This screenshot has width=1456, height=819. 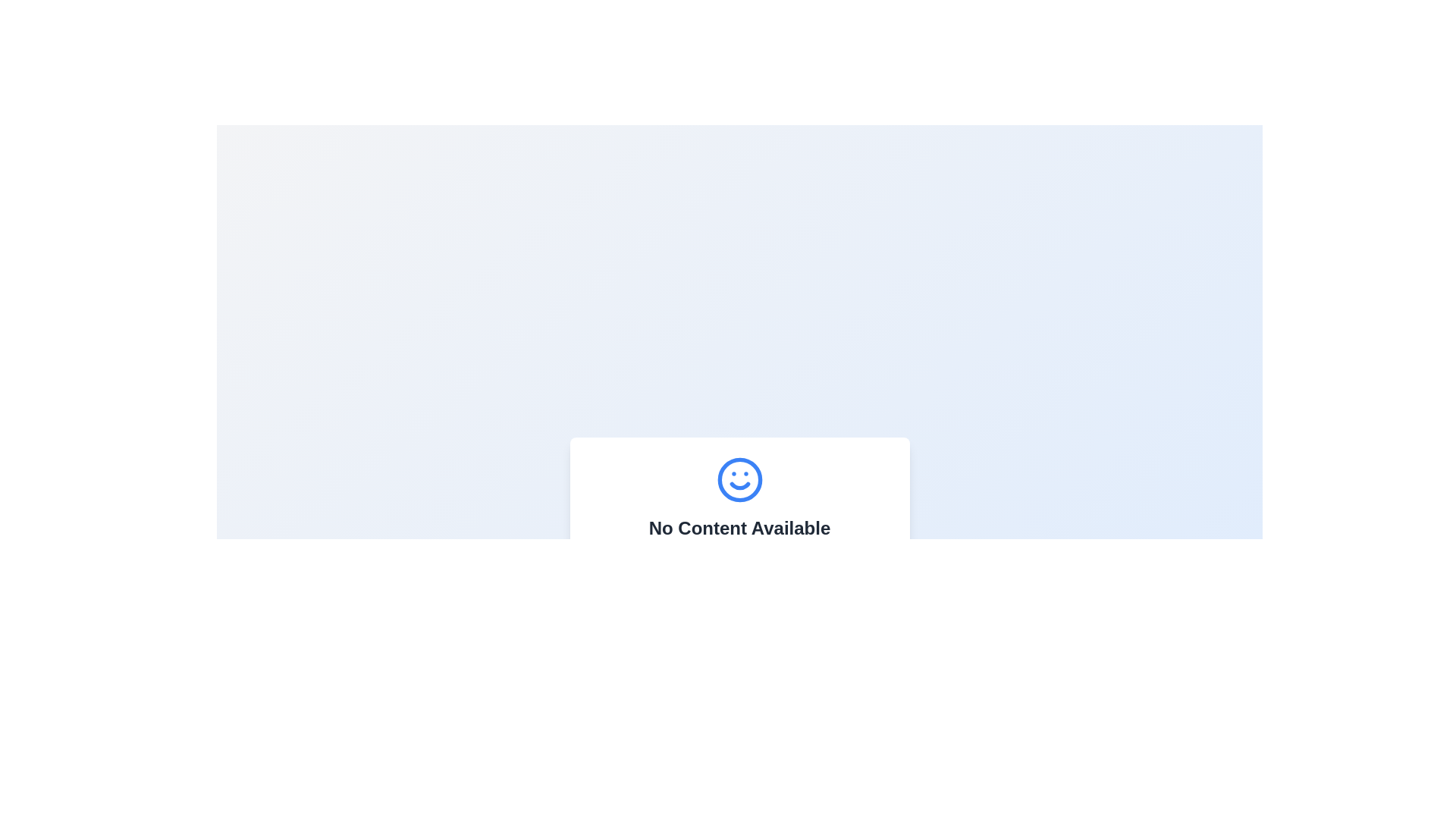 What do you see at coordinates (739, 479) in the screenshot?
I see `the decorative Circle element that serves as the boundary for the smiley face icon` at bounding box center [739, 479].